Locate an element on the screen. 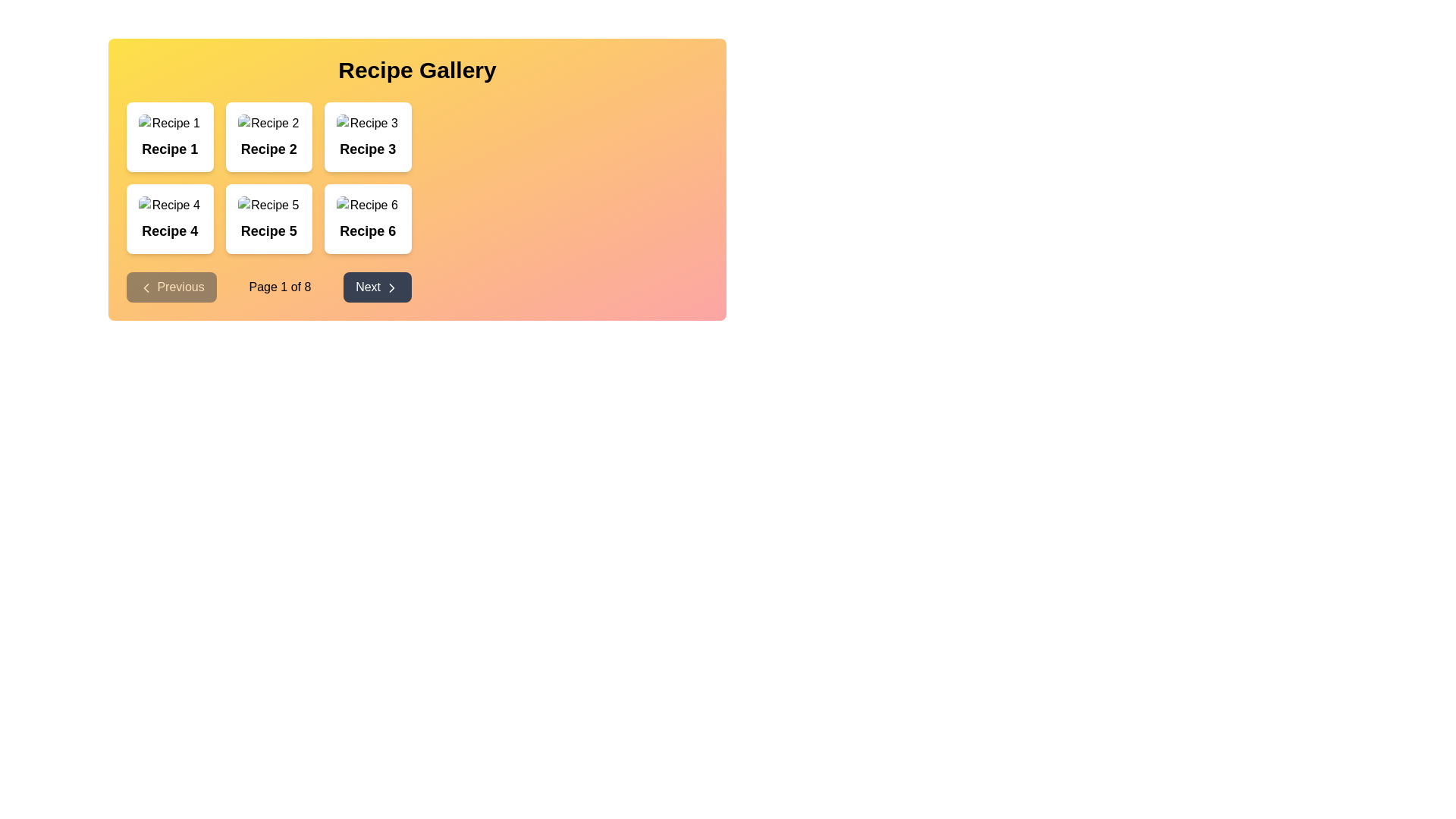 The width and height of the screenshot is (1456, 819). the fourth recipe card in the grid layout is located at coordinates (170, 219).